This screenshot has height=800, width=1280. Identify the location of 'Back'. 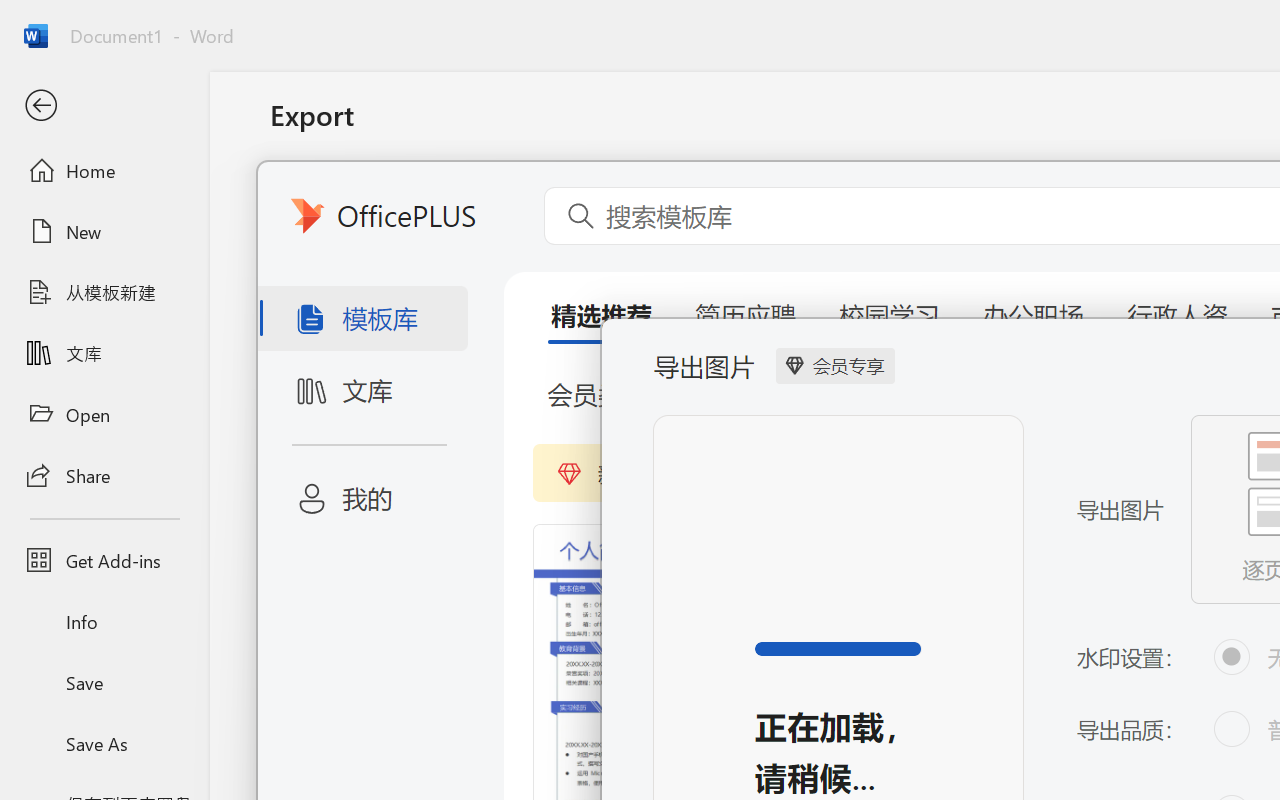
(103, 105).